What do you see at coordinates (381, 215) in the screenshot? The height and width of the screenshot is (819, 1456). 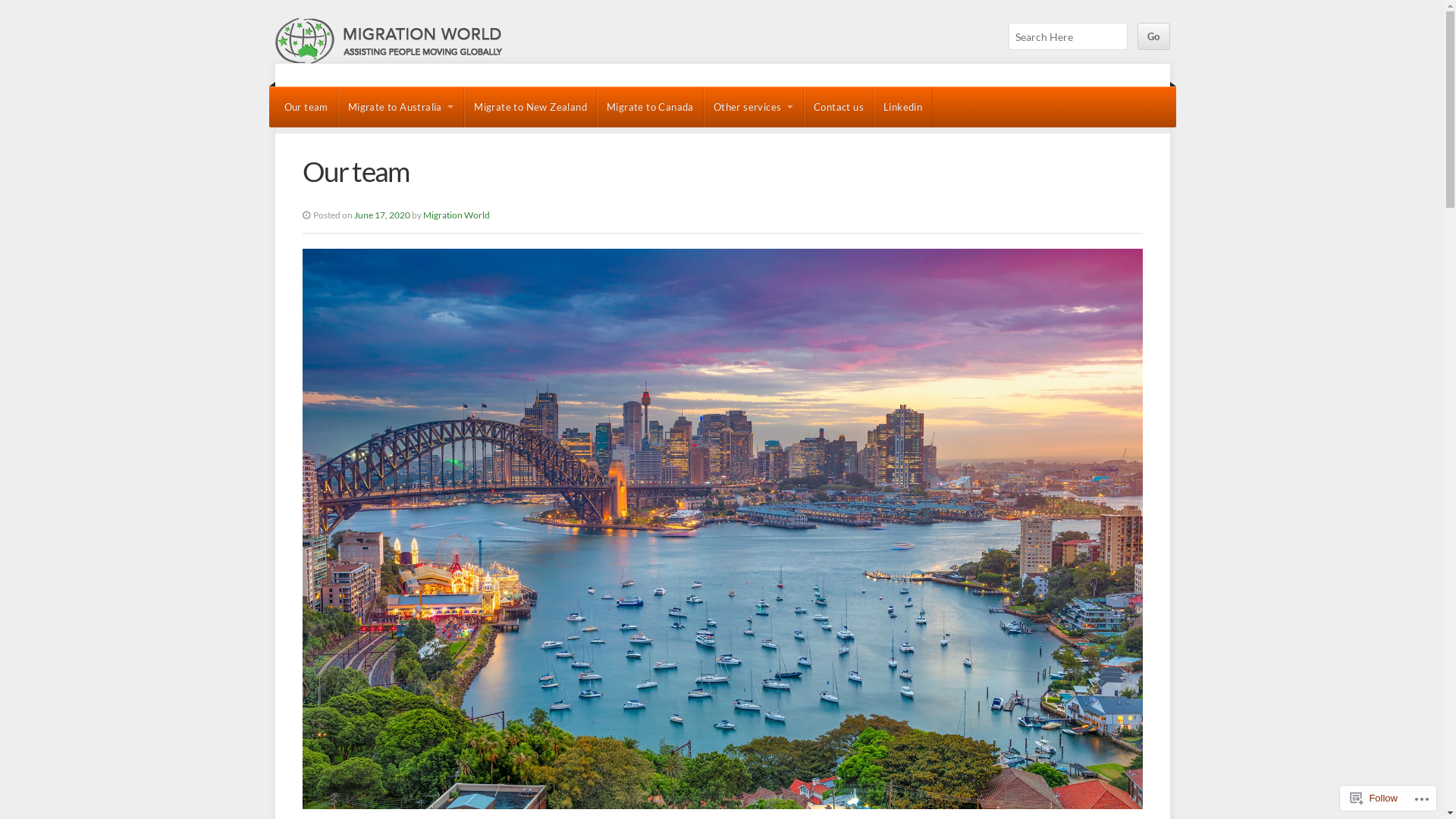 I see `'June 17, 2020'` at bounding box center [381, 215].